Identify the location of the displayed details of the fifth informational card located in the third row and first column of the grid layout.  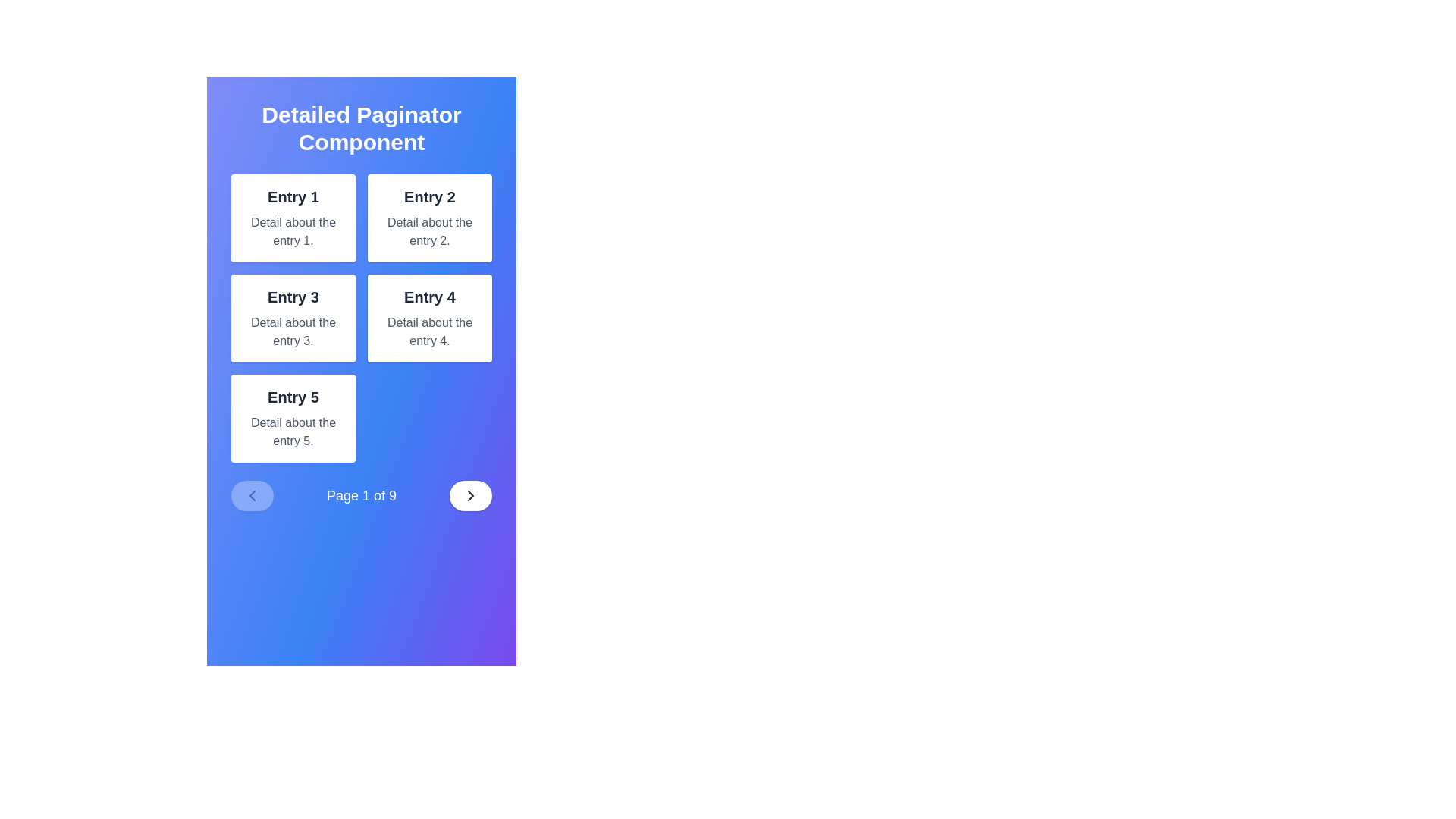
(293, 418).